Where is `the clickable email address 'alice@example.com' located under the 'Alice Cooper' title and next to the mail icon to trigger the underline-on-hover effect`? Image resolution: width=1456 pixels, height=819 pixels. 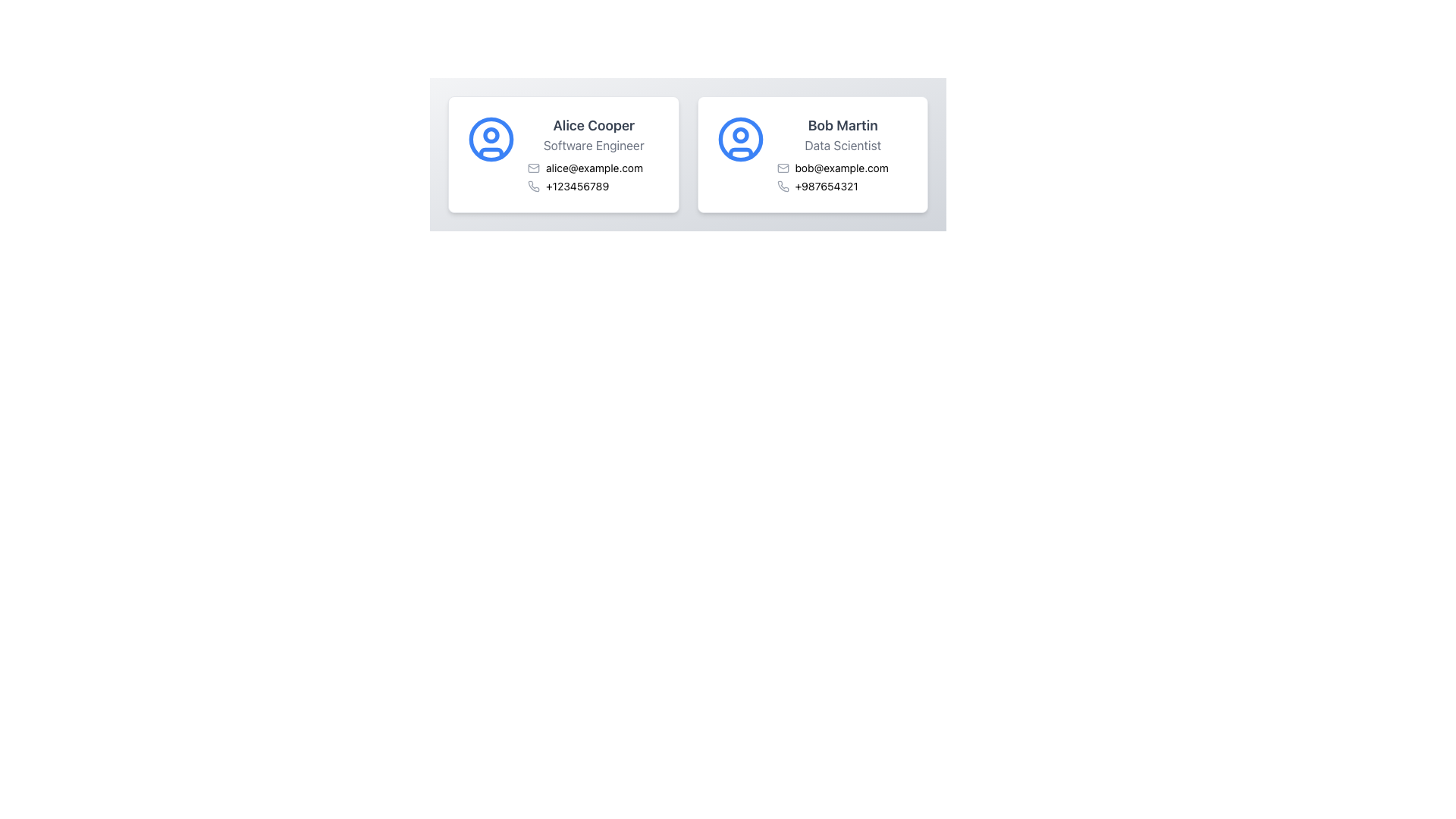
the clickable email address 'alice@example.com' located under the 'Alice Cooper' title and next to the mail icon to trigger the underline-on-hover effect is located at coordinates (594, 168).